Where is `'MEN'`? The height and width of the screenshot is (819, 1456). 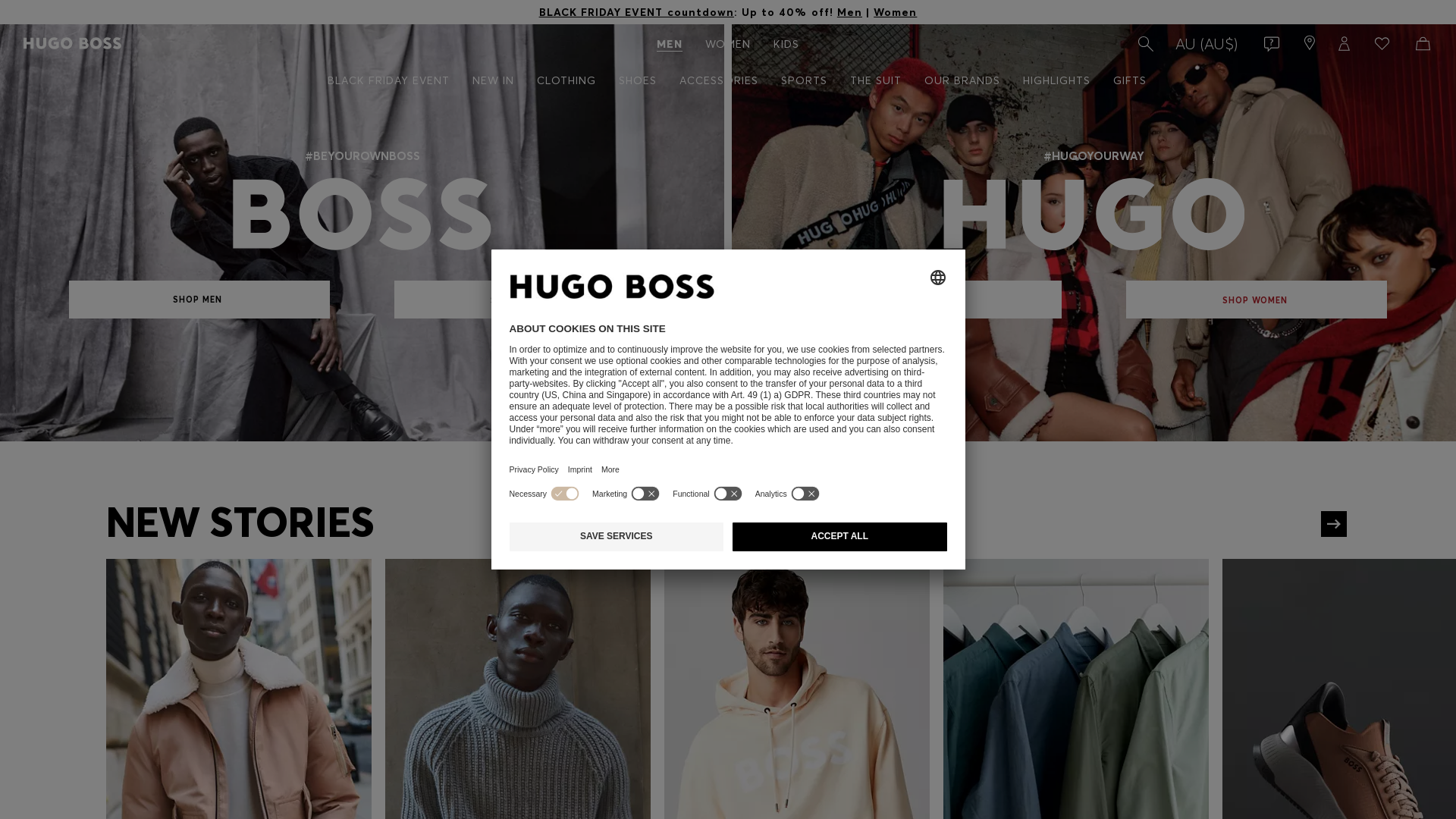
'MEN' is located at coordinates (669, 43).